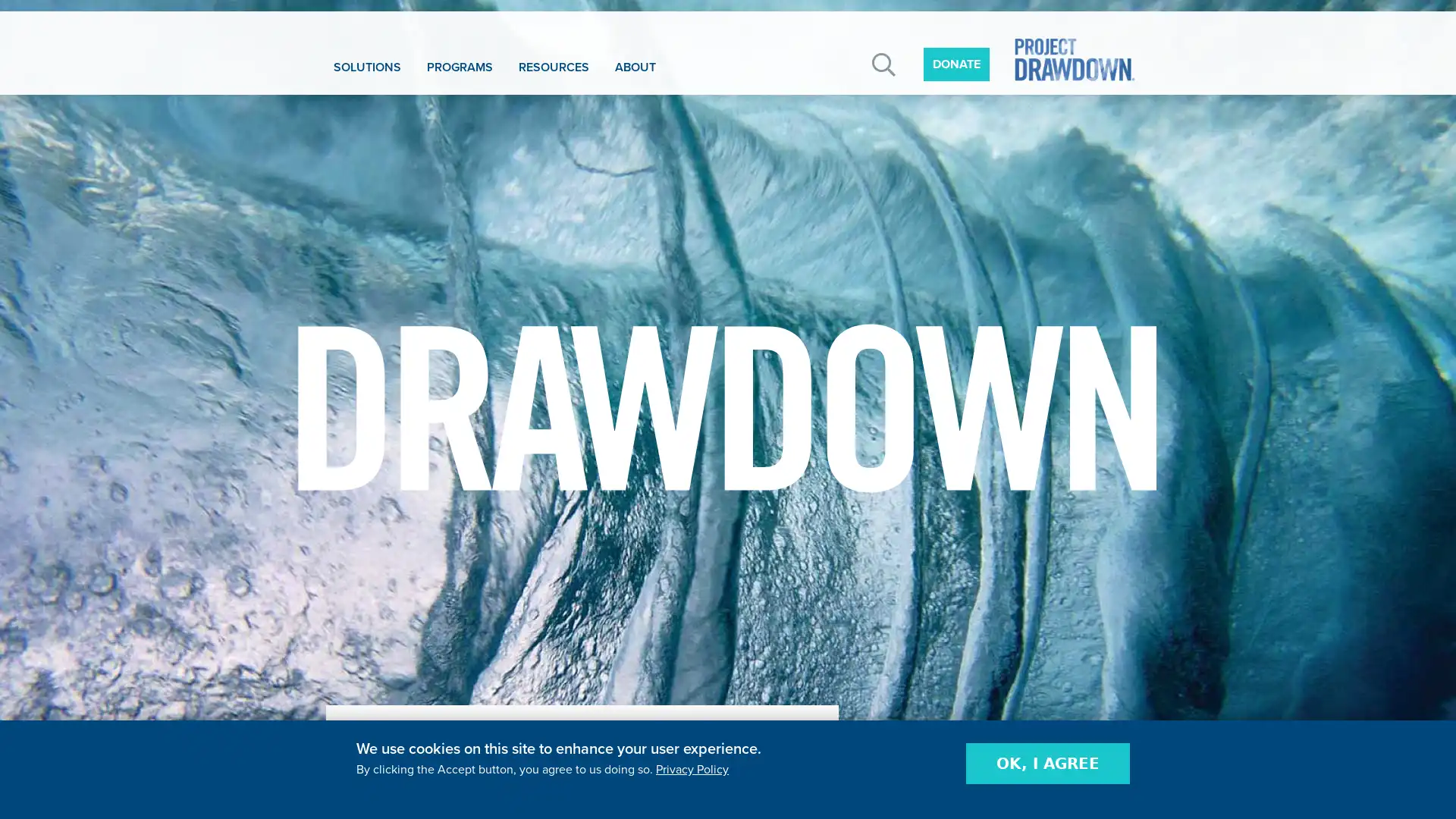  Describe the element at coordinates (1031, 148) in the screenshot. I see `Search Full Site` at that location.